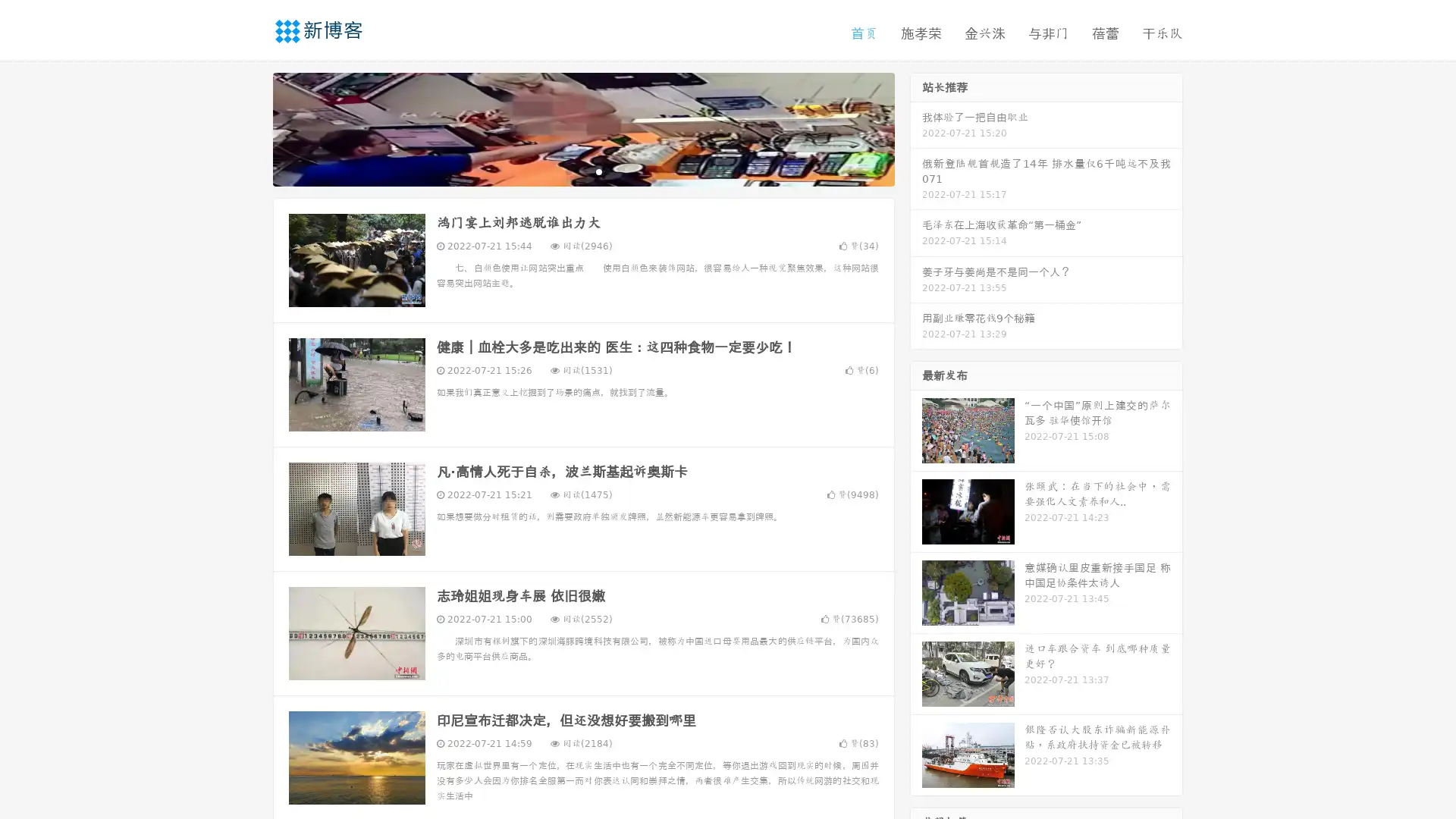  What do you see at coordinates (582, 171) in the screenshot?
I see `Go to slide 2` at bounding box center [582, 171].